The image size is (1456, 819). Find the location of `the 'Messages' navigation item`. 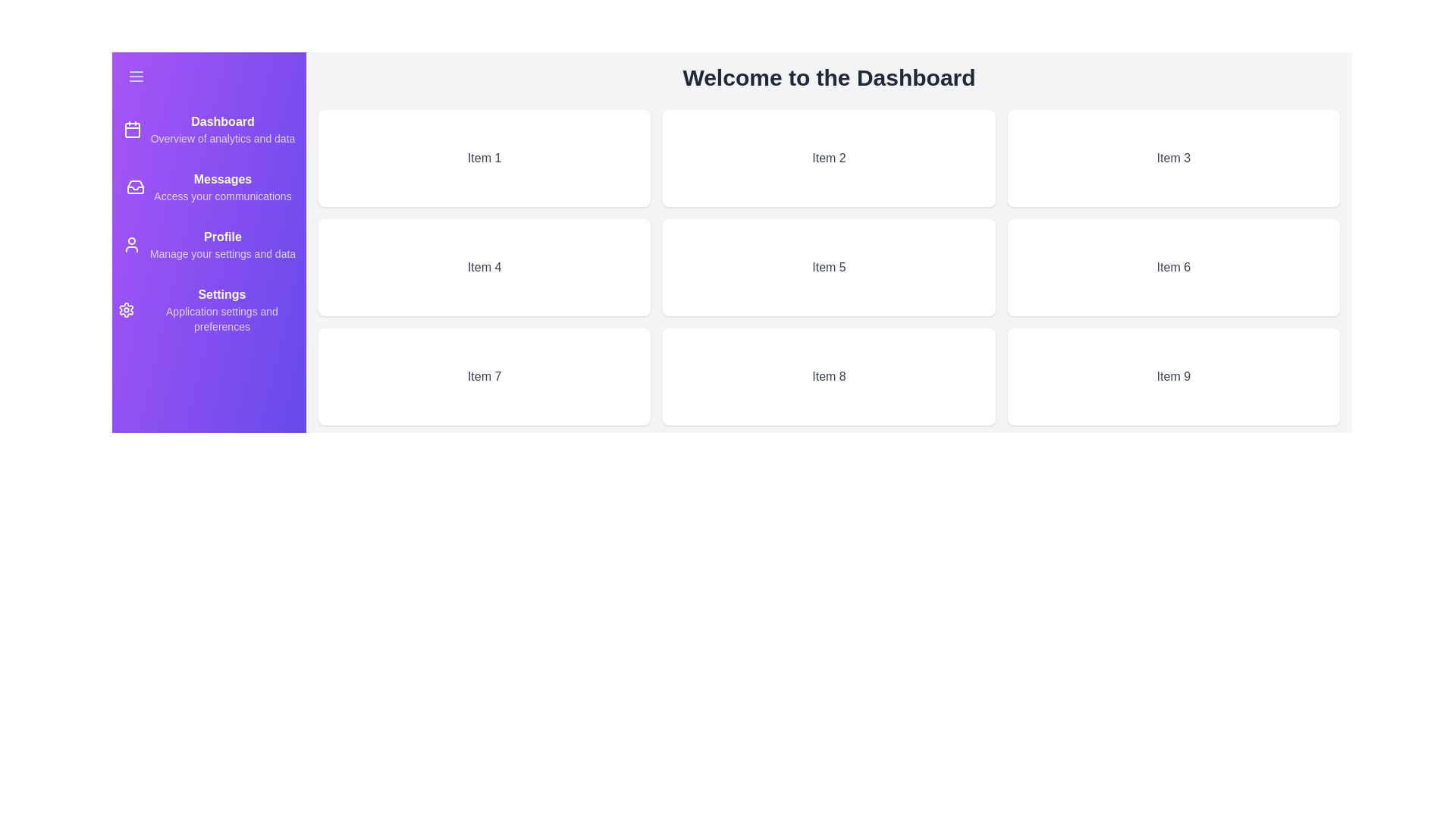

the 'Messages' navigation item is located at coordinates (208, 186).